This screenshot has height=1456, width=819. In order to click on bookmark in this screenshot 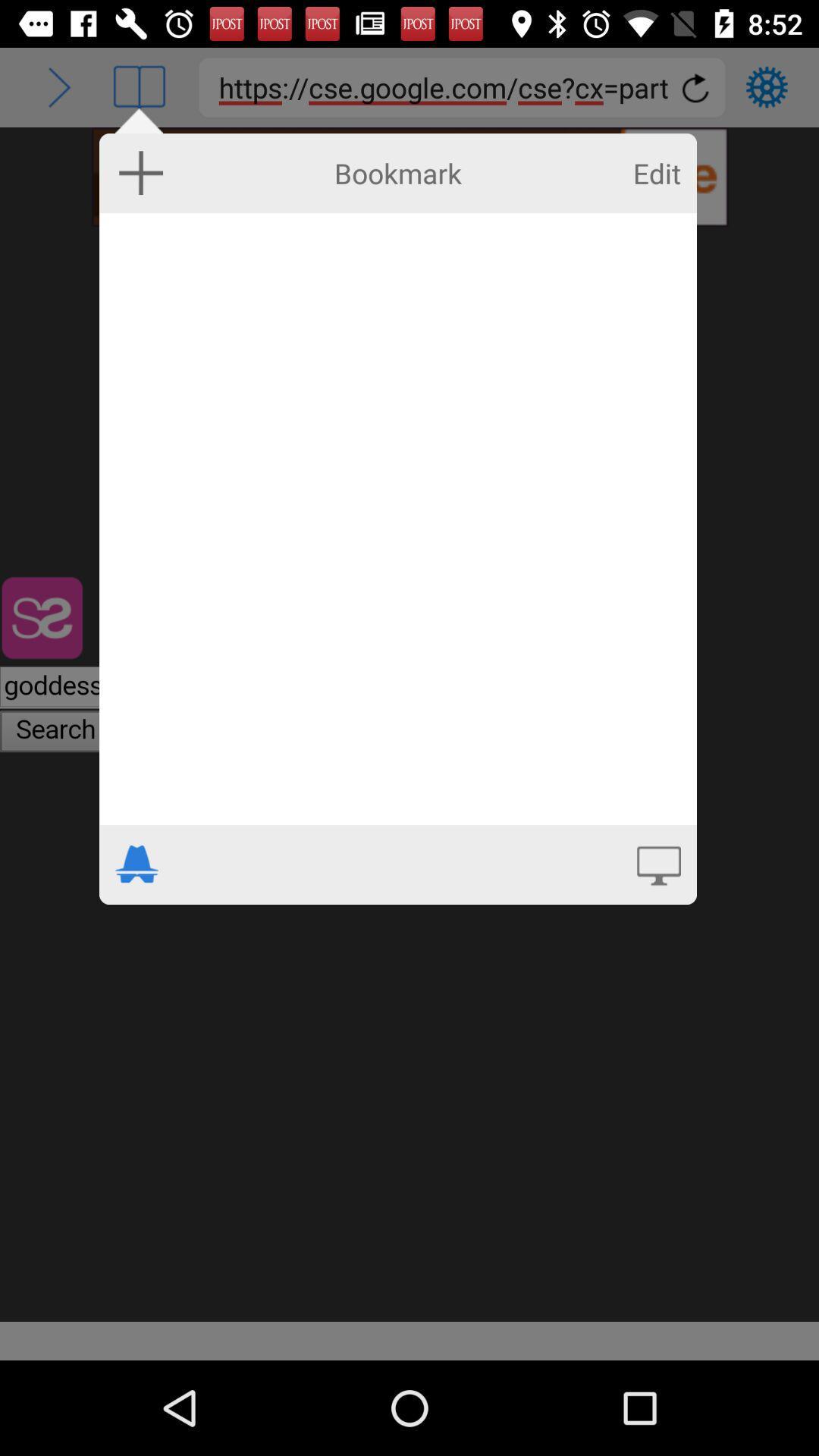, I will do `click(141, 172)`.